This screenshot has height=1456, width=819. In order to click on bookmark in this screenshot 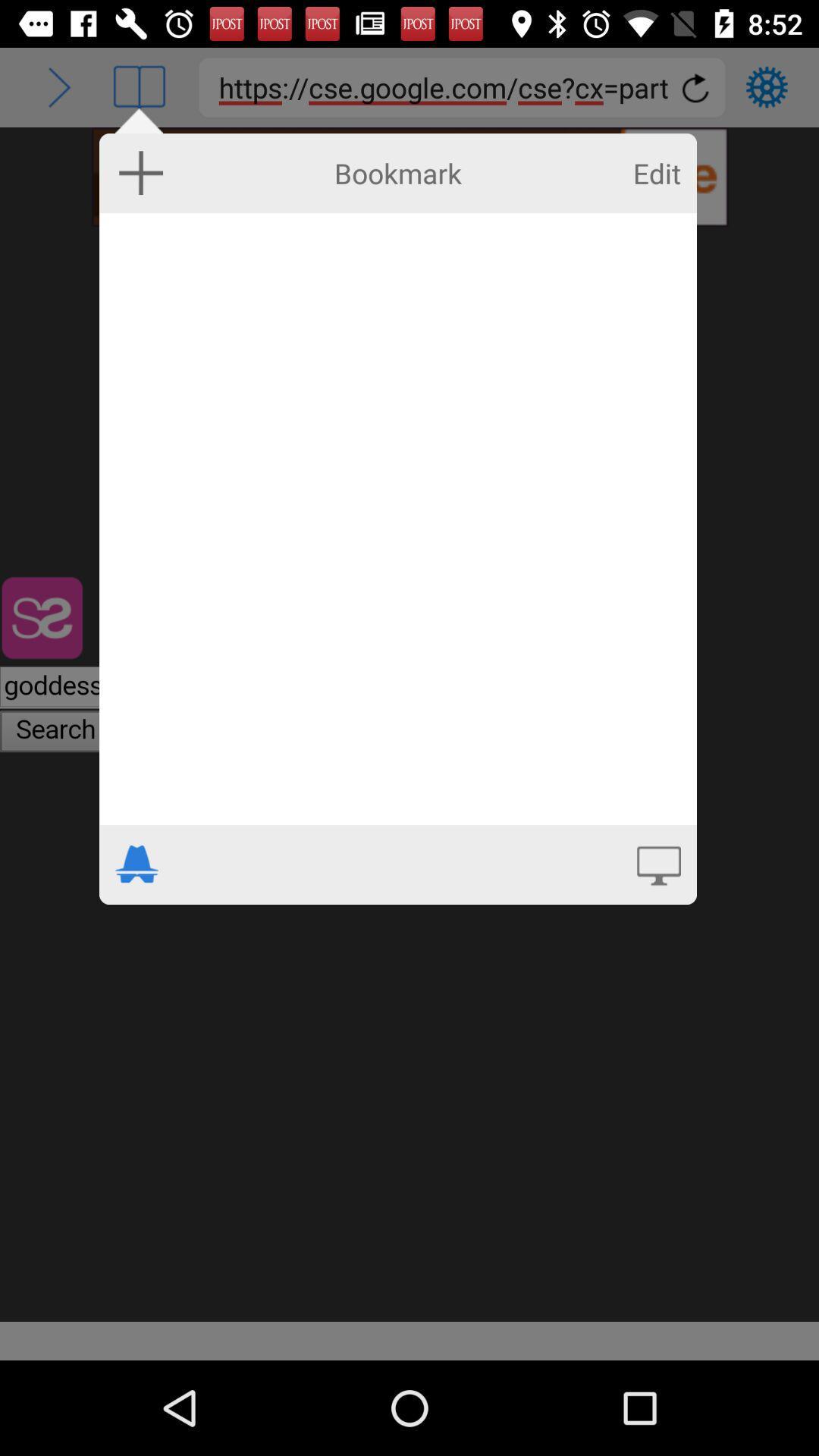, I will do `click(141, 172)`.